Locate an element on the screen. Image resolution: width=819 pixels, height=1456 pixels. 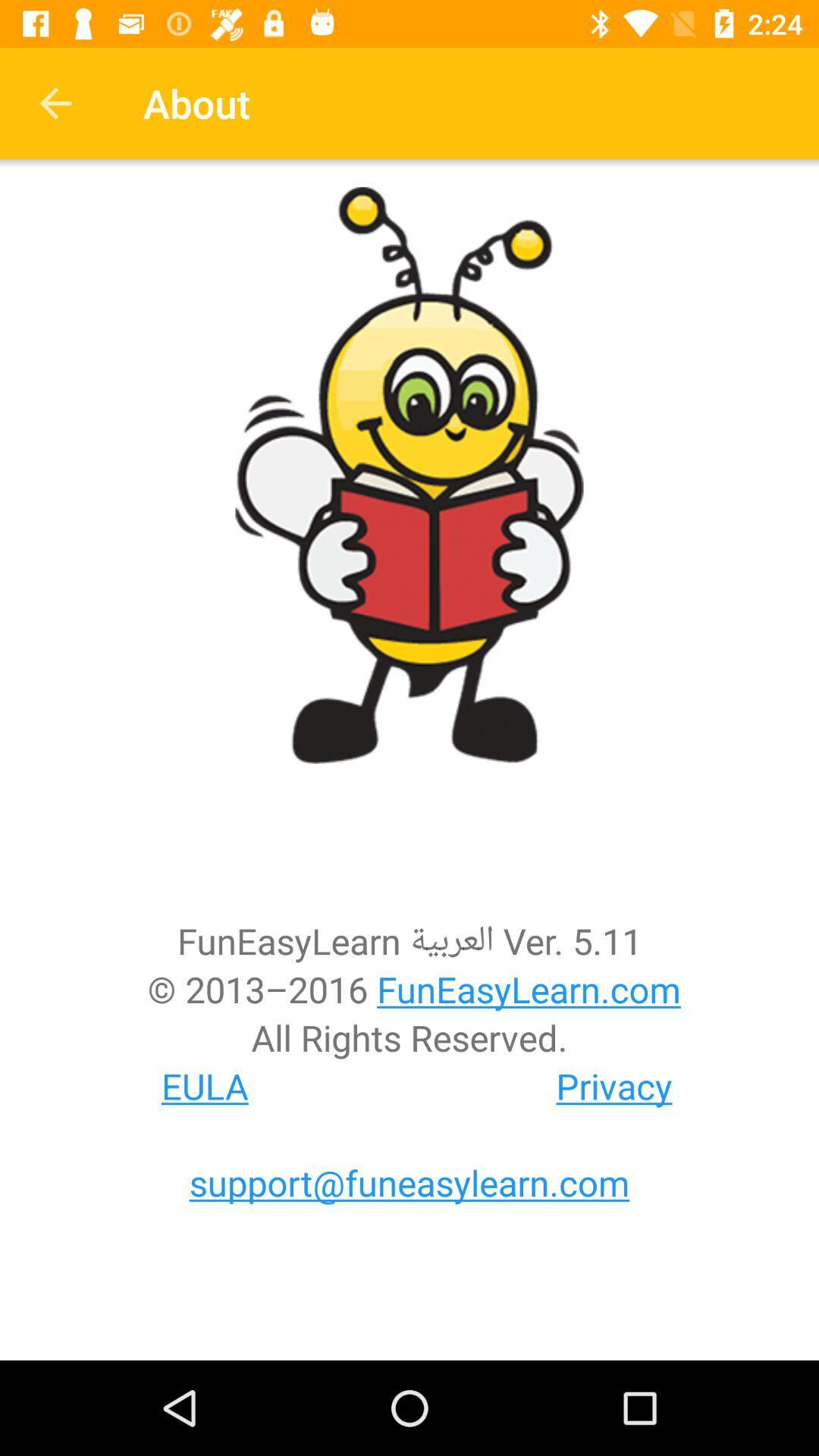
the privacy at the bottom right corner is located at coordinates (614, 1085).